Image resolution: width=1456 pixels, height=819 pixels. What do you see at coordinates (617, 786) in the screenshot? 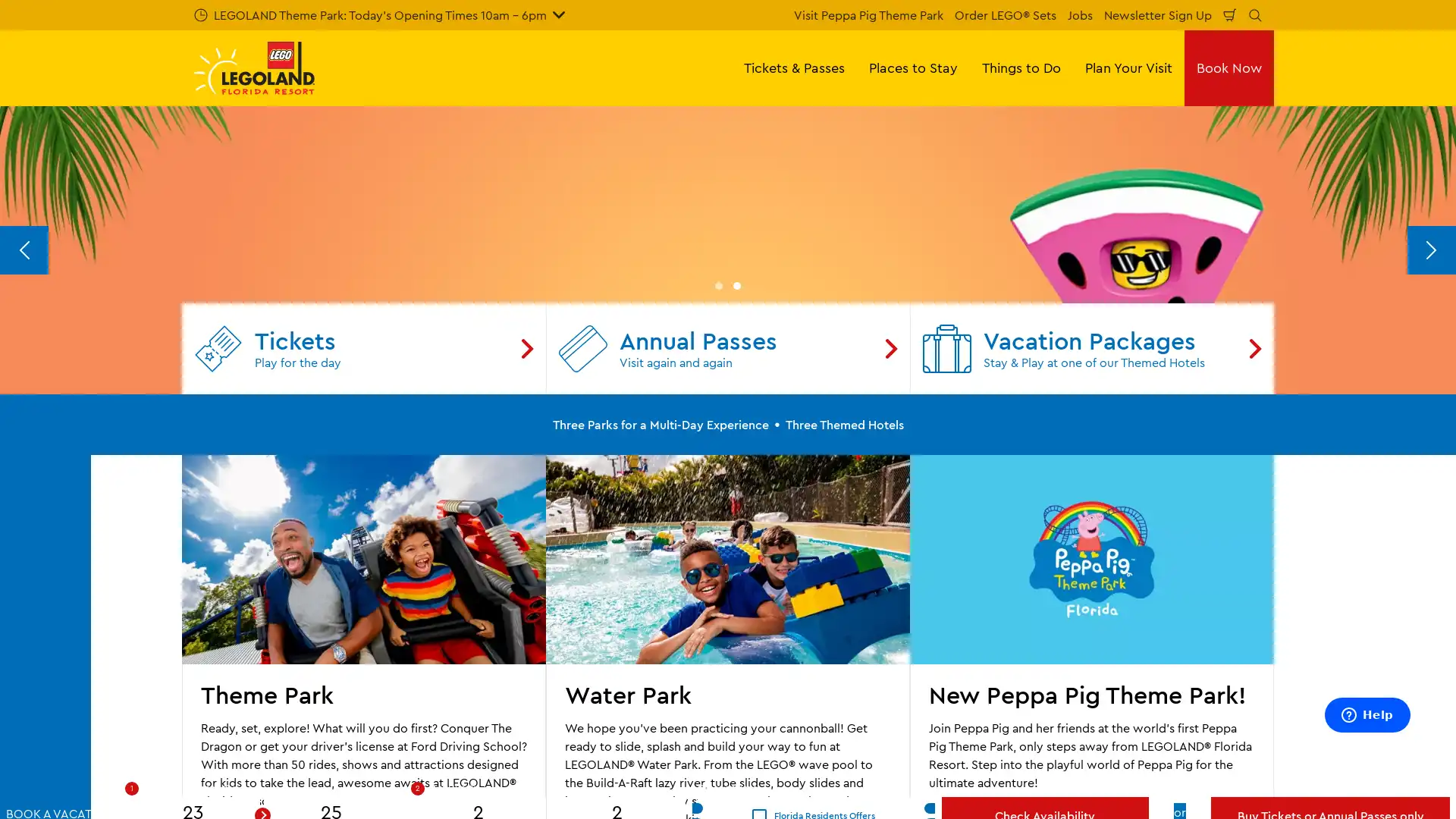
I see `Number of children` at bounding box center [617, 786].